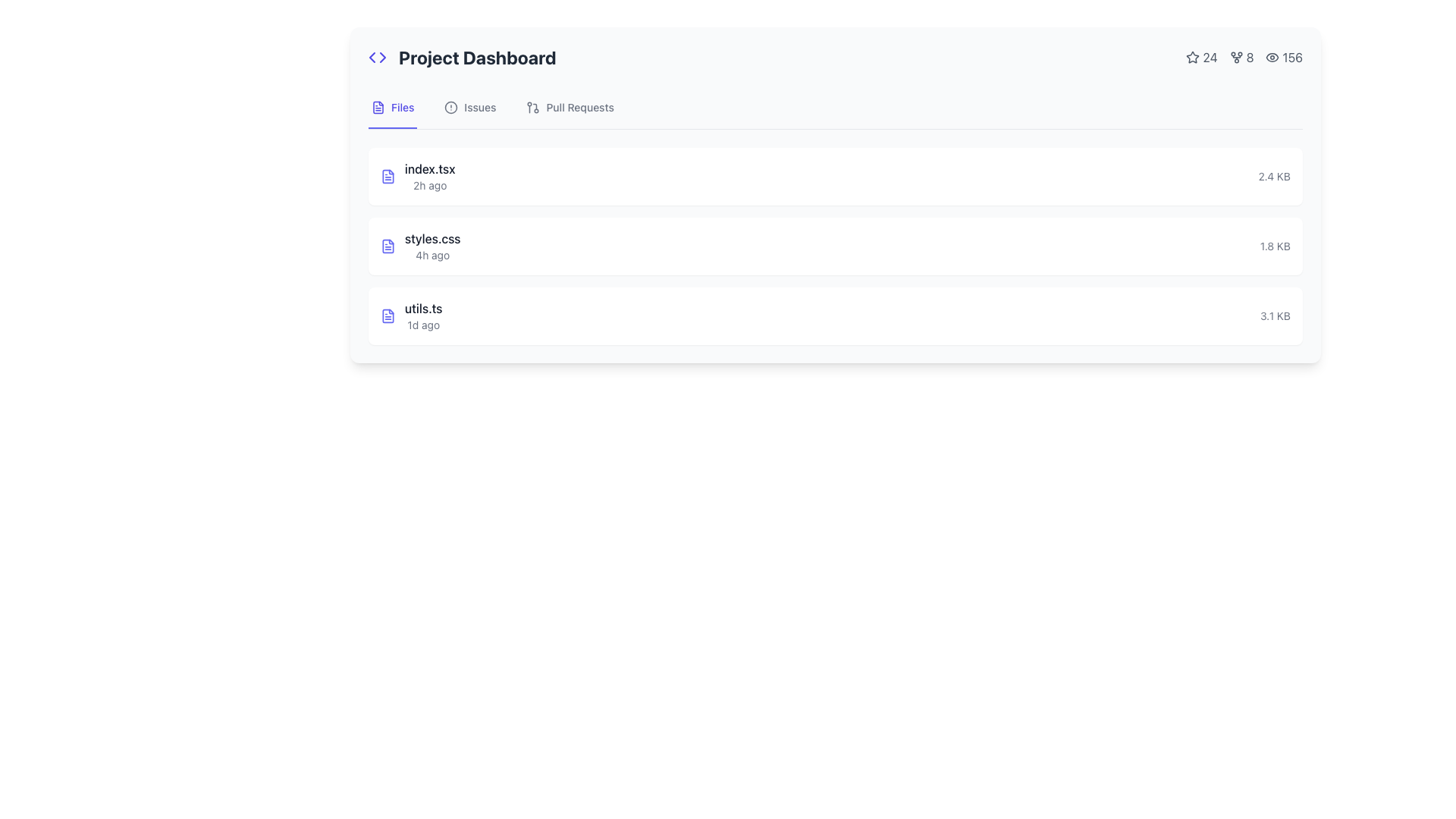 This screenshot has width=1456, height=819. I want to click on the static badge with icon and number indicating the number of forks in the top-right corner of the Project Dashboard, positioned between a star icon with the number '24' and an eye icon with the number '156', so click(1241, 57).